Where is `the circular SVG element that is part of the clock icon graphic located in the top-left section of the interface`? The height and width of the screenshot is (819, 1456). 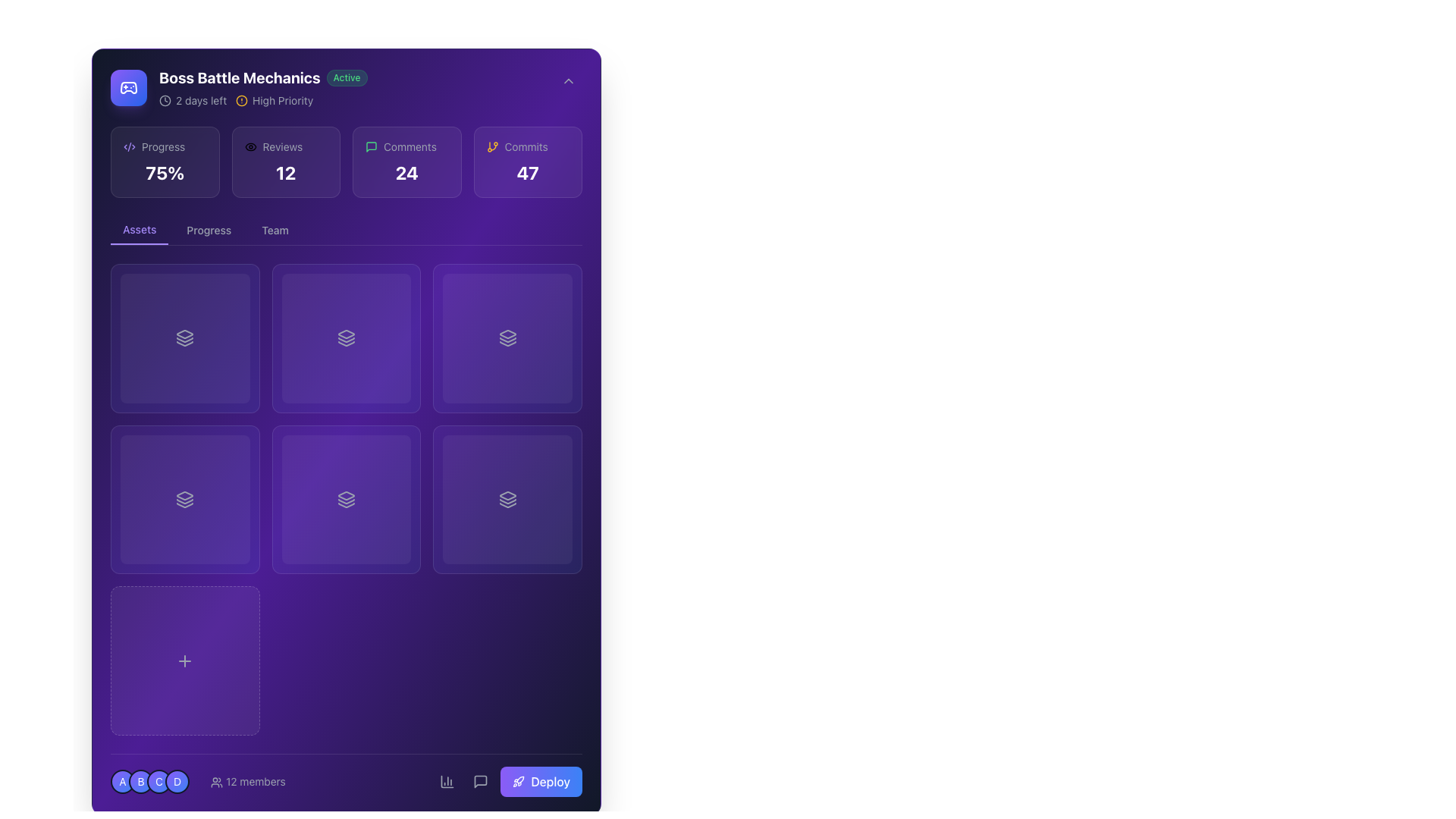
the circular SVG element that is part of the clock icon graphic located in the top-left section of the interface is located at coordinates (165, 100).